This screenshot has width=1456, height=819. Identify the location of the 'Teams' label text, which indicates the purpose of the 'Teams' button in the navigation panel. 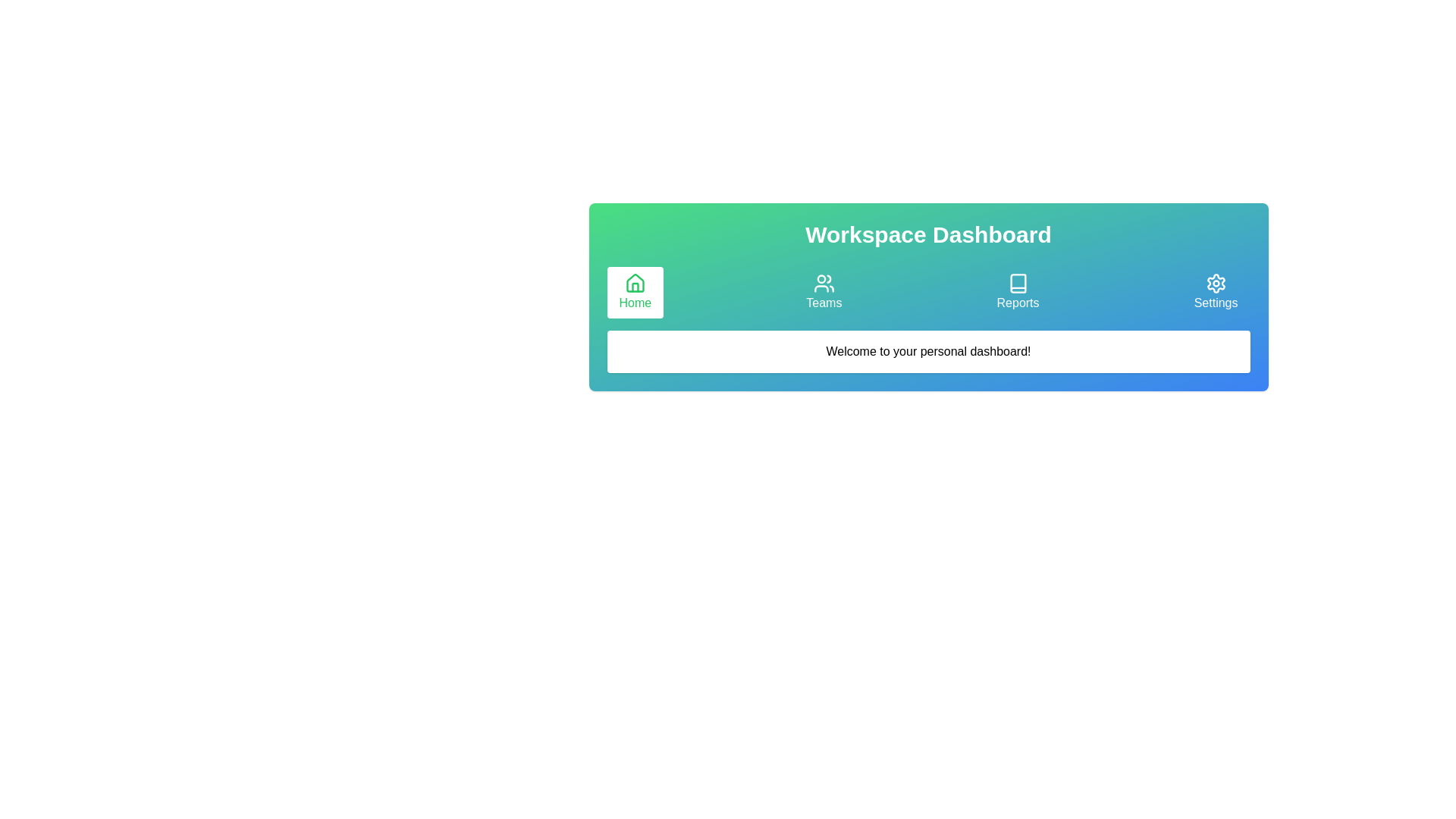
(823, 303).